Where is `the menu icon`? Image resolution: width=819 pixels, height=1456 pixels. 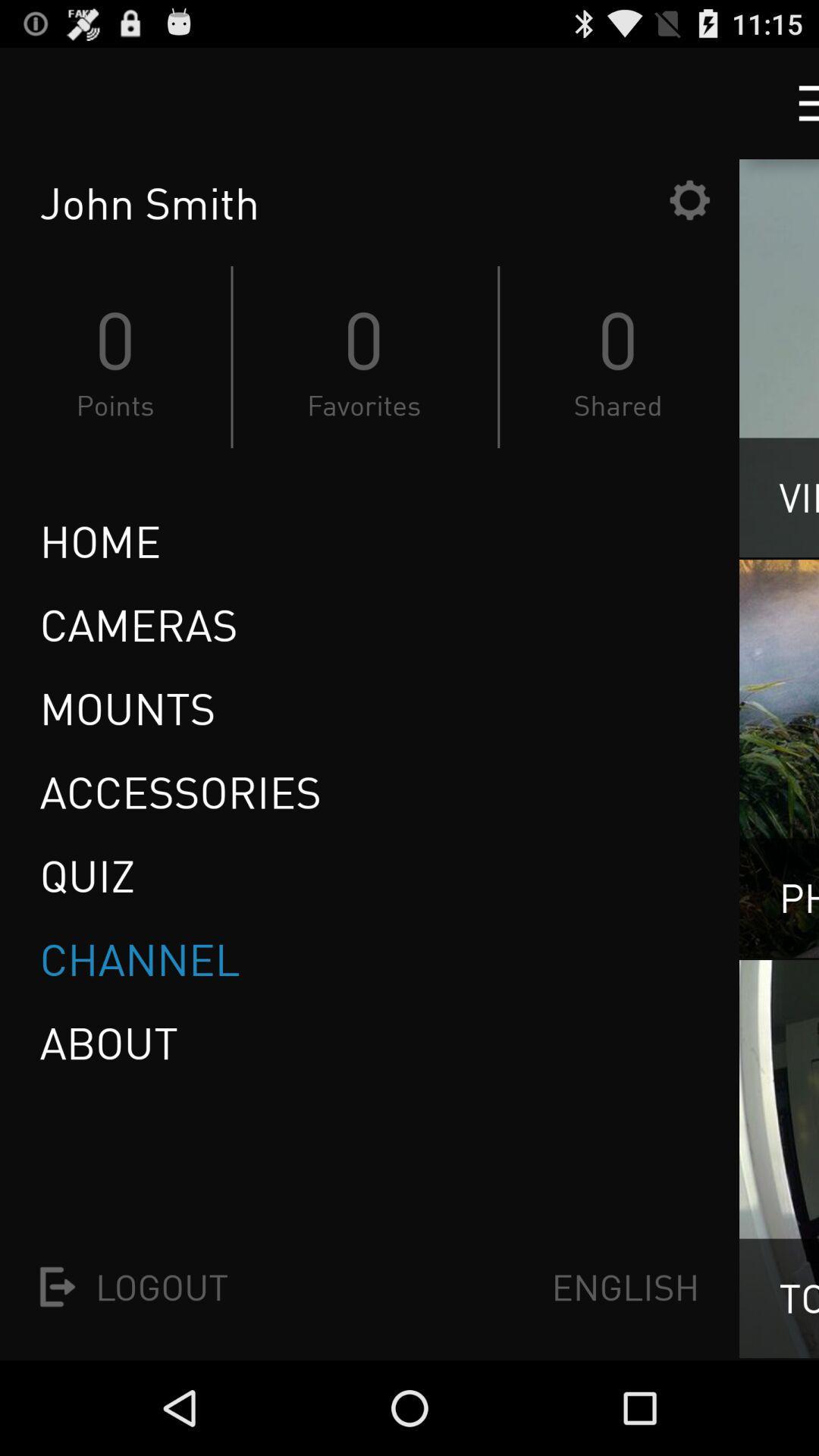 the menu icon is located at coordinates (794, 109).